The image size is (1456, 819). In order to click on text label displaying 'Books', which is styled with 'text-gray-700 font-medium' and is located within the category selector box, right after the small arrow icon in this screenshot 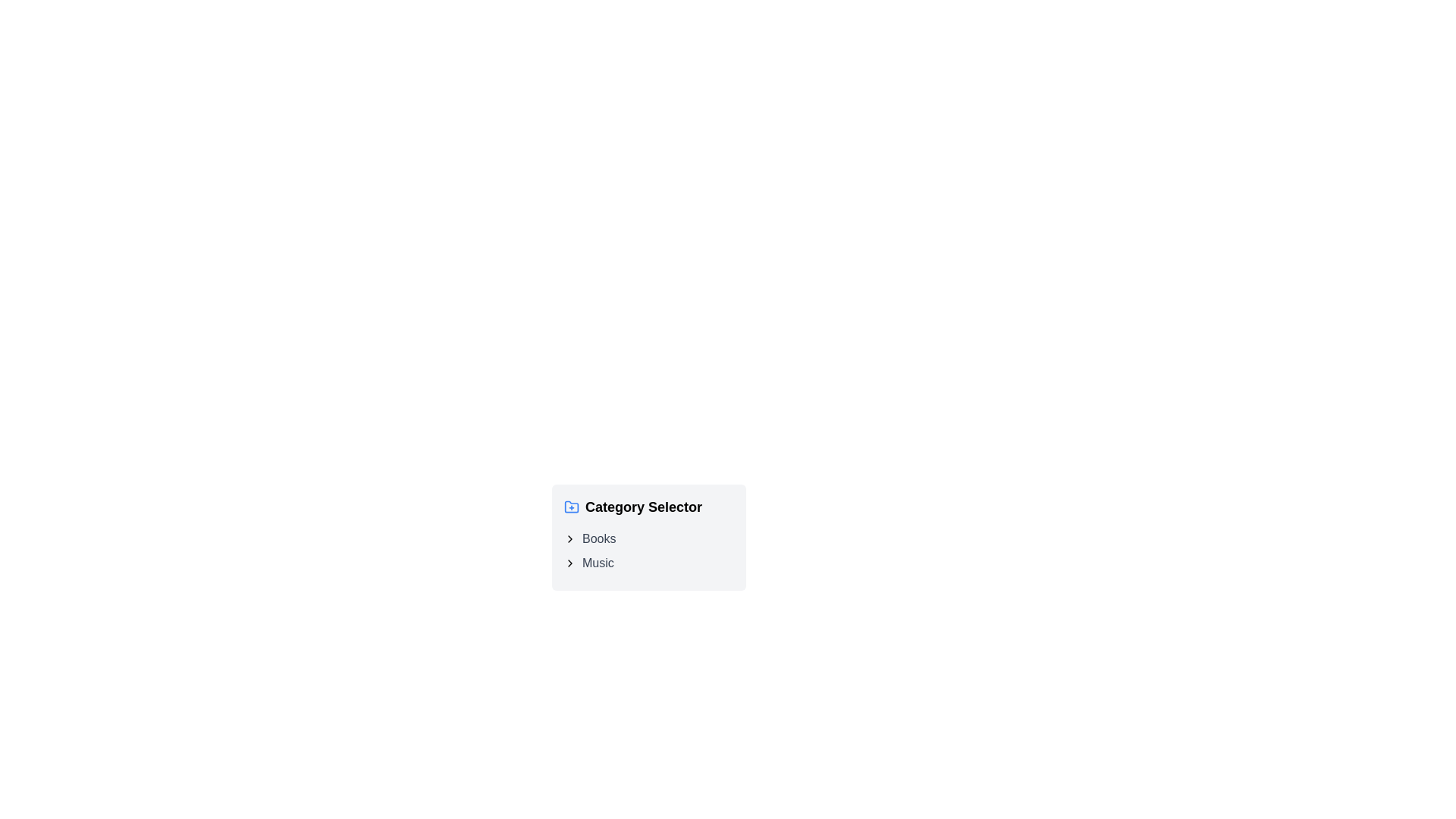, I will do `click(598, 538)`.